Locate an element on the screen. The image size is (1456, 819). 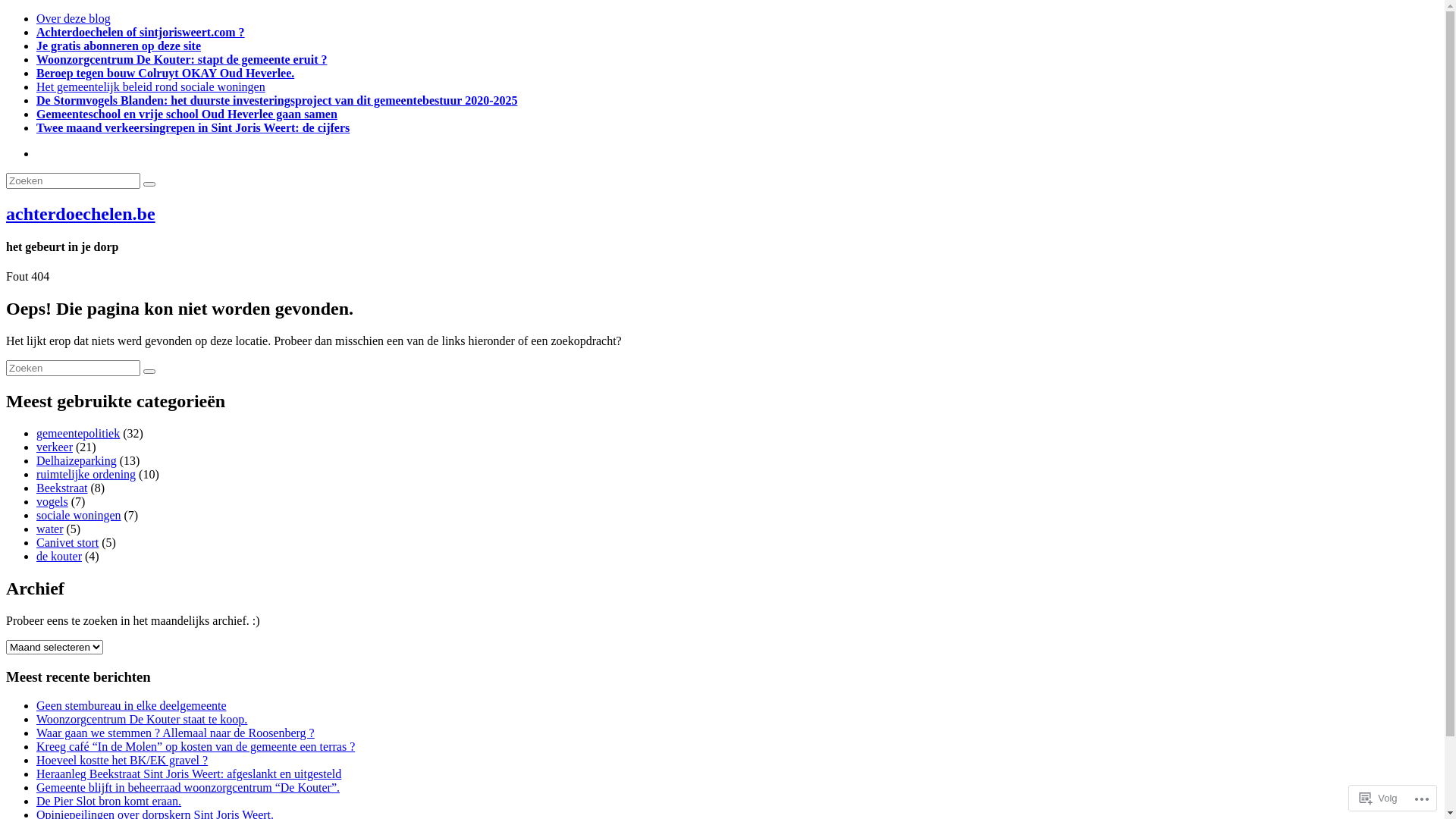
'Woonzorgcentrum De Kouter staat te koop.' is located at coordinates (142, 718).